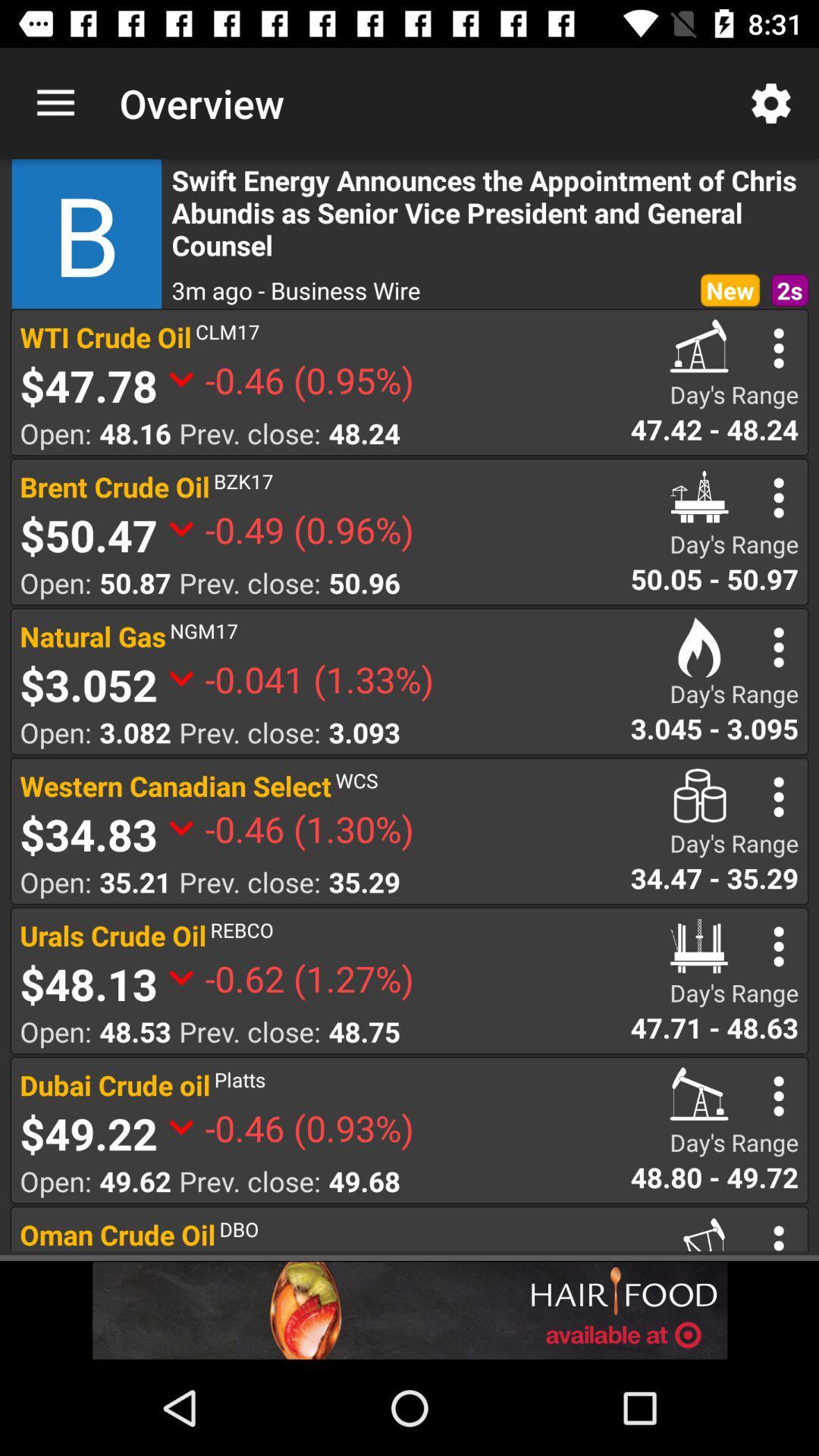 The width and height of the screenshot is (819, 1456). I want to click on open options, so click(779, 647).